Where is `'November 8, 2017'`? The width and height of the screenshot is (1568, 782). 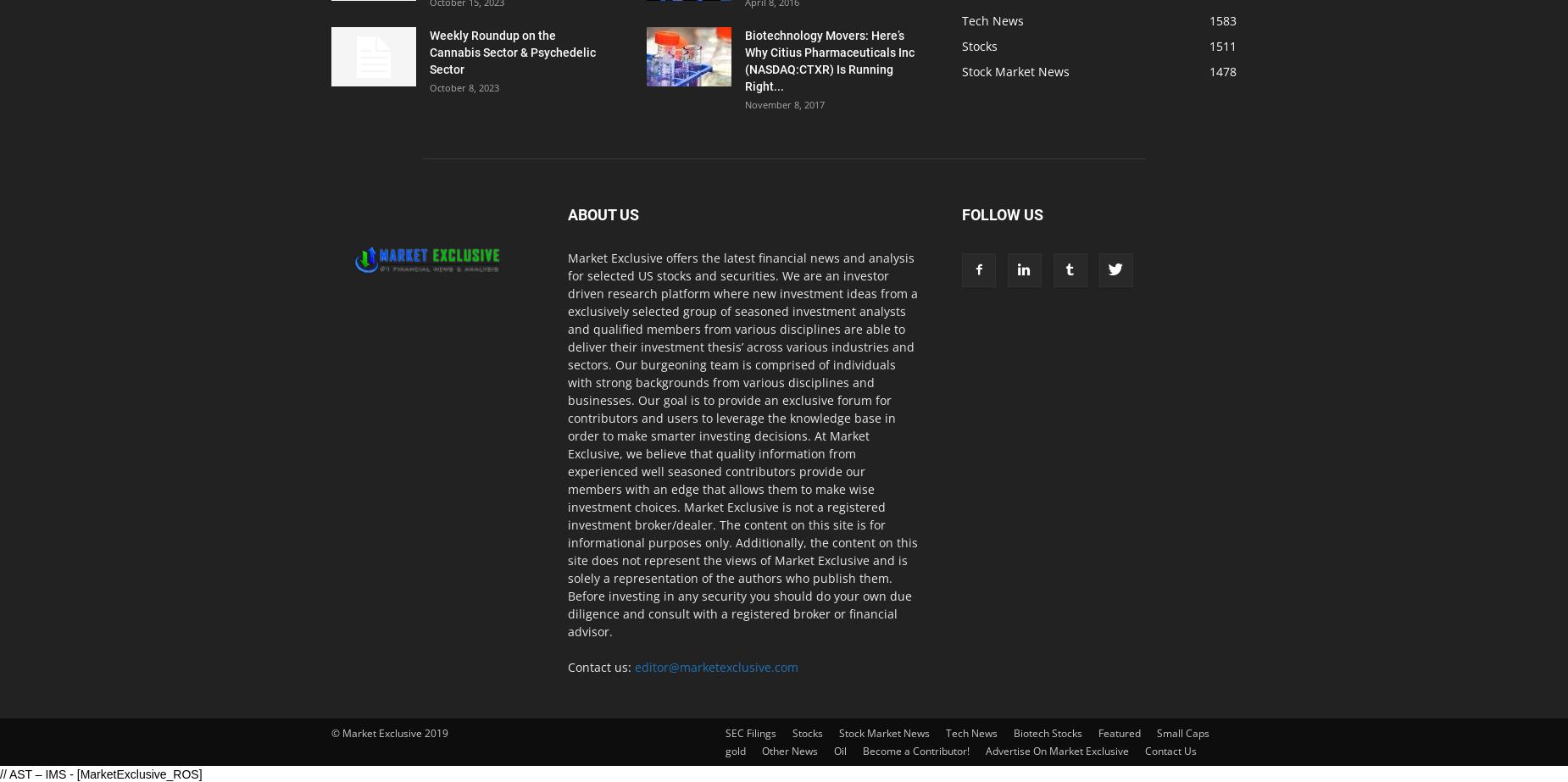
'November 8, 2017' is located at coordinates (784, 104).